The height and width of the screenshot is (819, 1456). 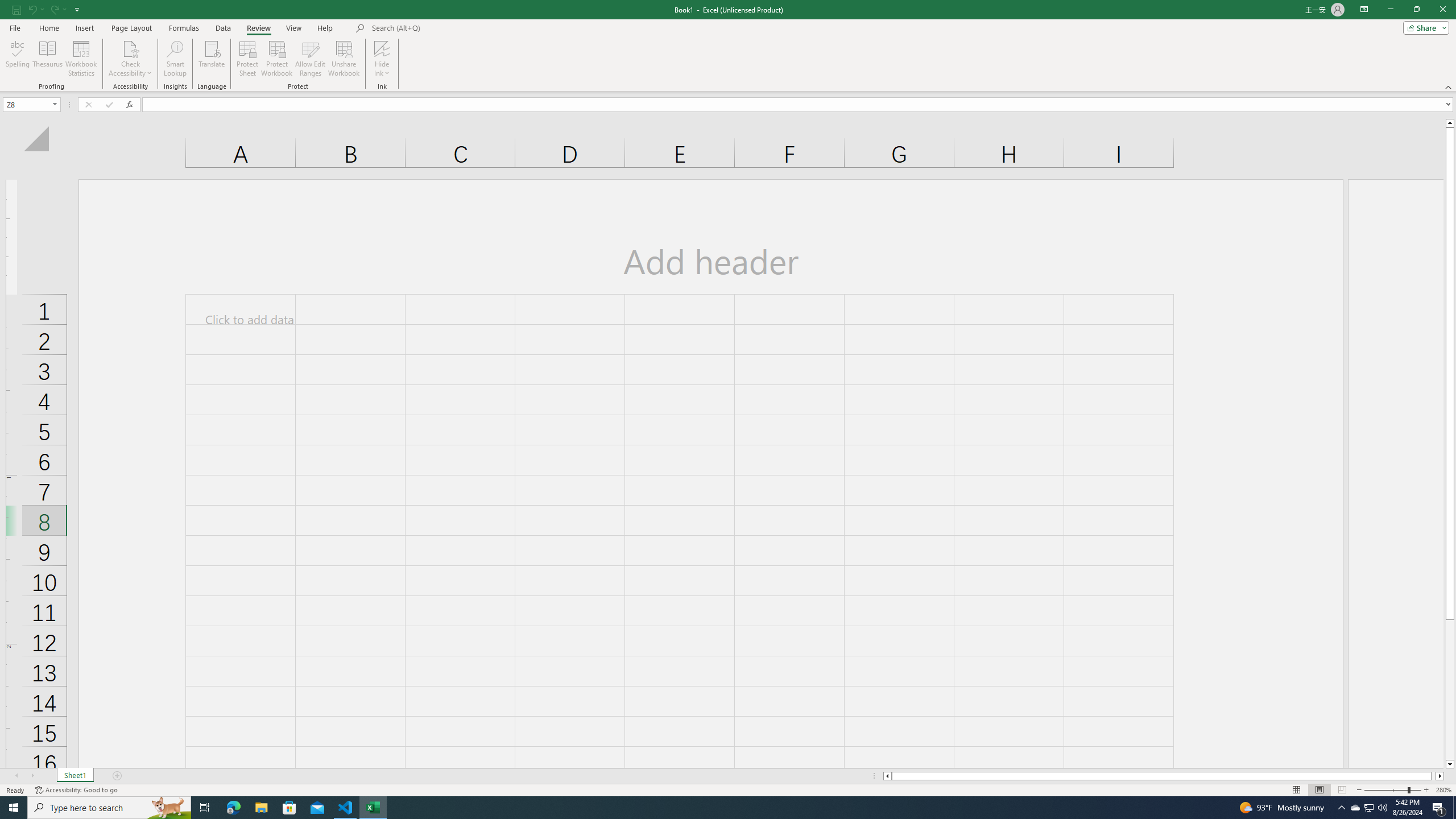 What do you see at coordinates (311, 59) in the screenshot?
I see `'Allow Edit Ranges'` at bounding box center [311, 59].